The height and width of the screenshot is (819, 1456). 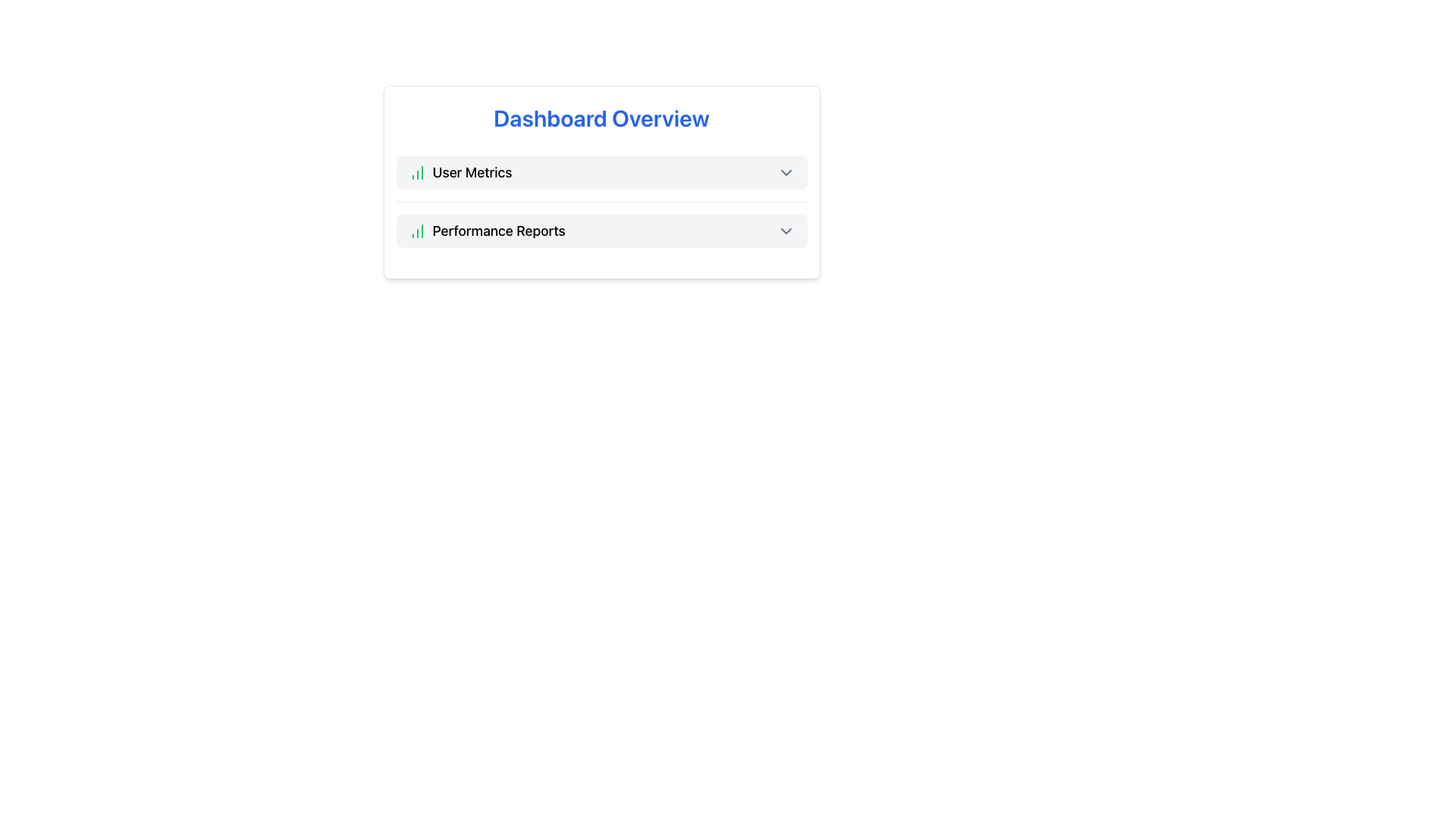 What do you see at coordinates (499, 231) in the screenshot?
I see `text from the 'Performance Reports' label, which is a bold black text label located in the left-center of the interface, following a green icon` at bounding box center [499, 231].